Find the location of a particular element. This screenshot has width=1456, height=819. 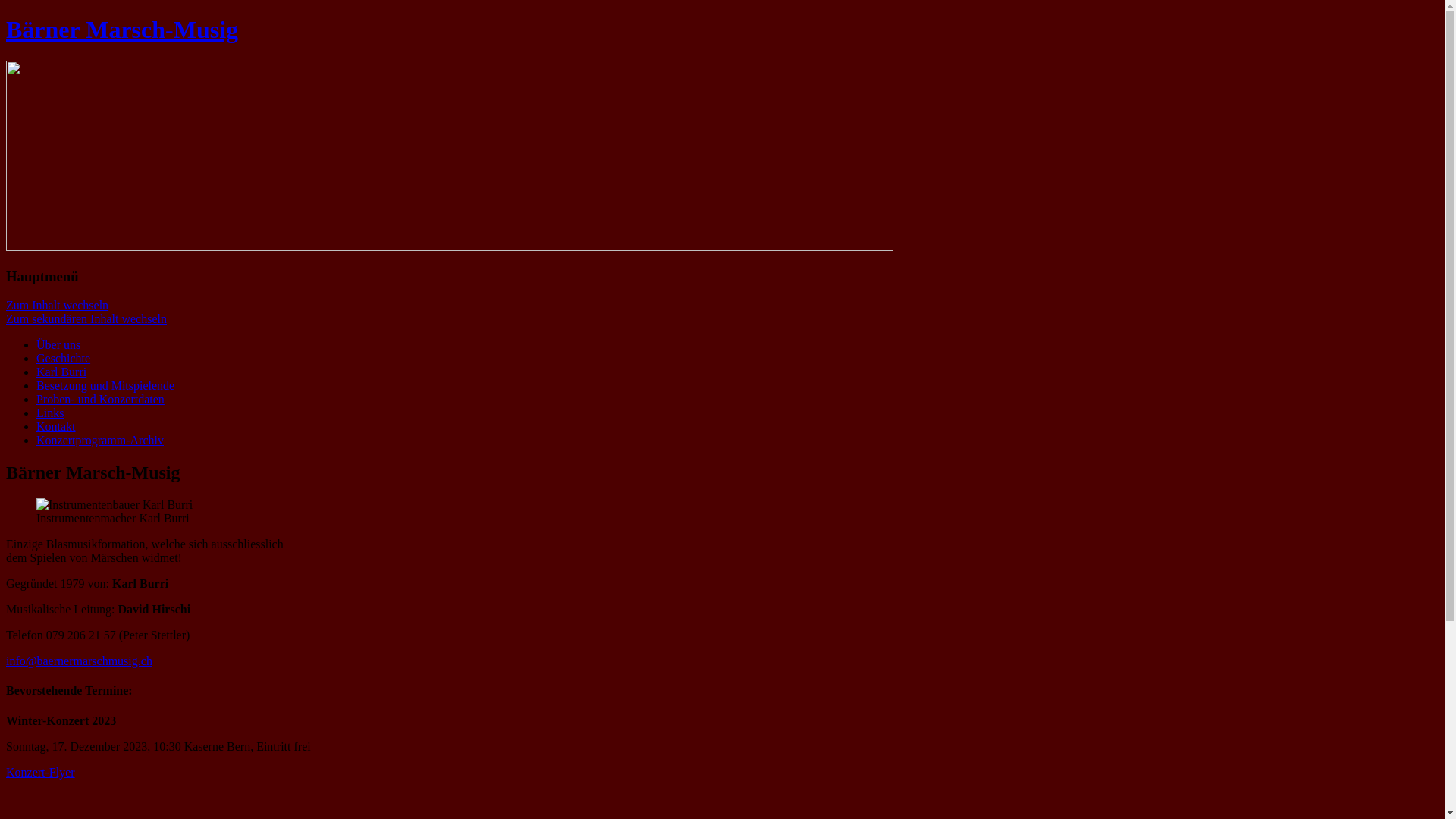

'Zum Inhalt wechseln' is located at coordinates (57, 305).